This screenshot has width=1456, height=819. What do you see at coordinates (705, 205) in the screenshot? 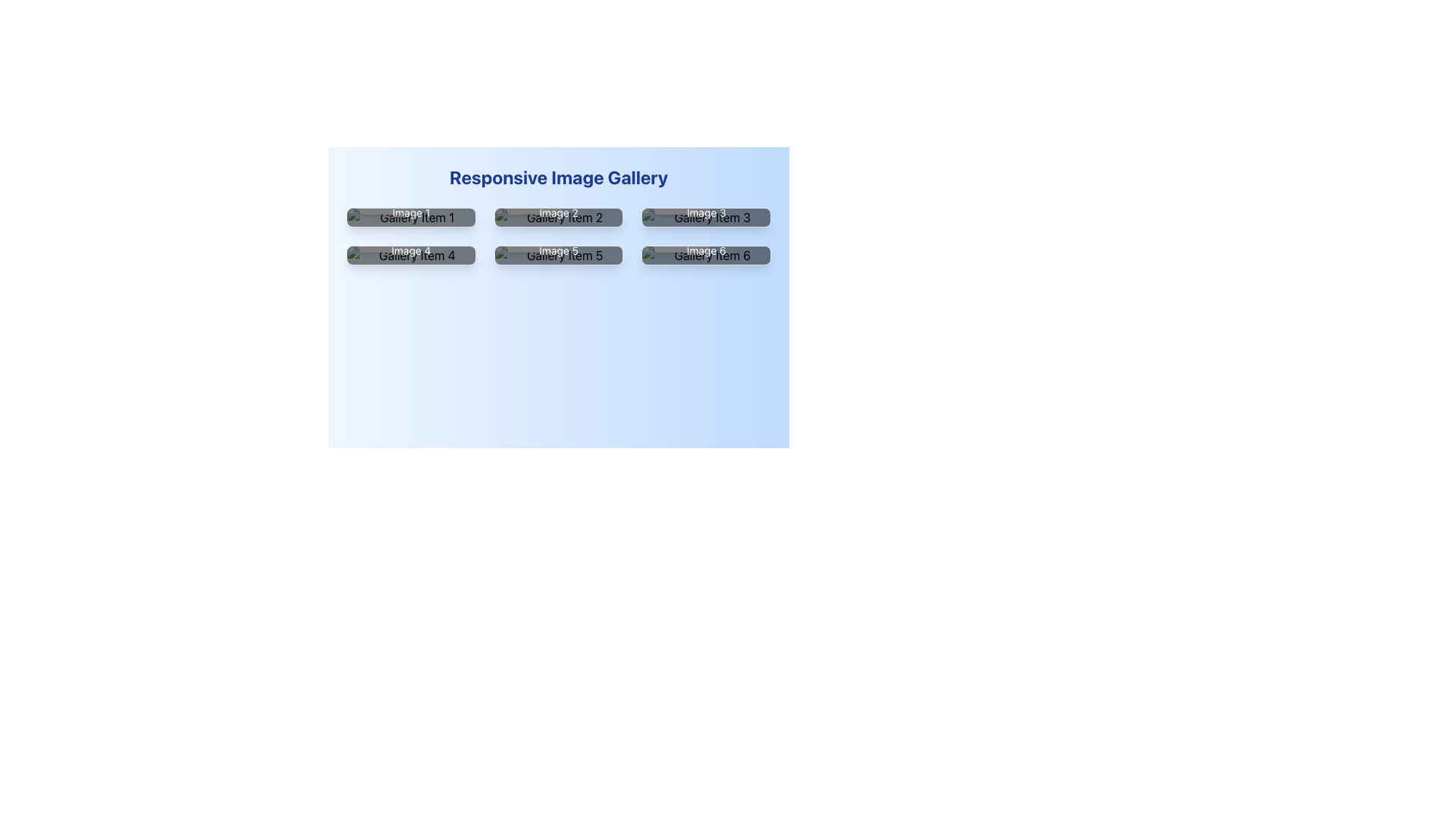
I see `the descriptive text label with background overlay located at the bottom of the third gallery item in the top row of the image gallery` at bounding box center [705, 205].